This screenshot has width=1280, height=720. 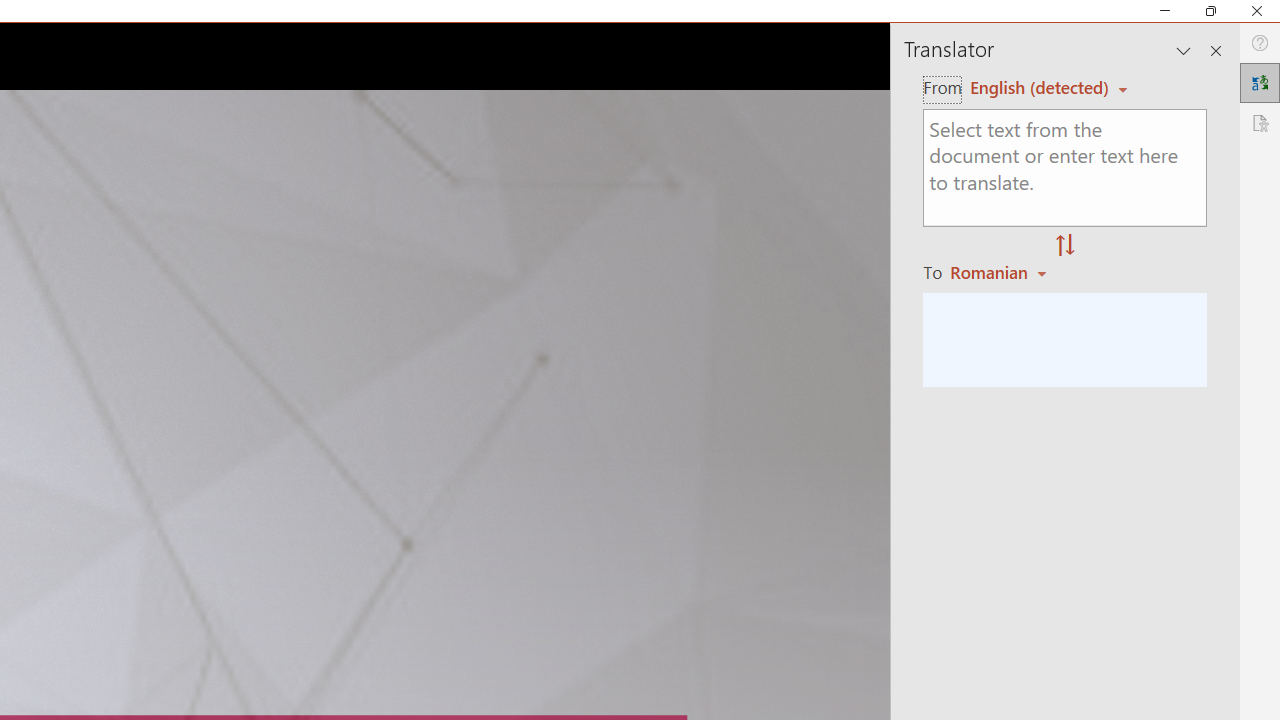 What do you see at coordinates (1001, 272) in the screenshot?
I see `'Romanian'` at bounding box center [1001, 272].